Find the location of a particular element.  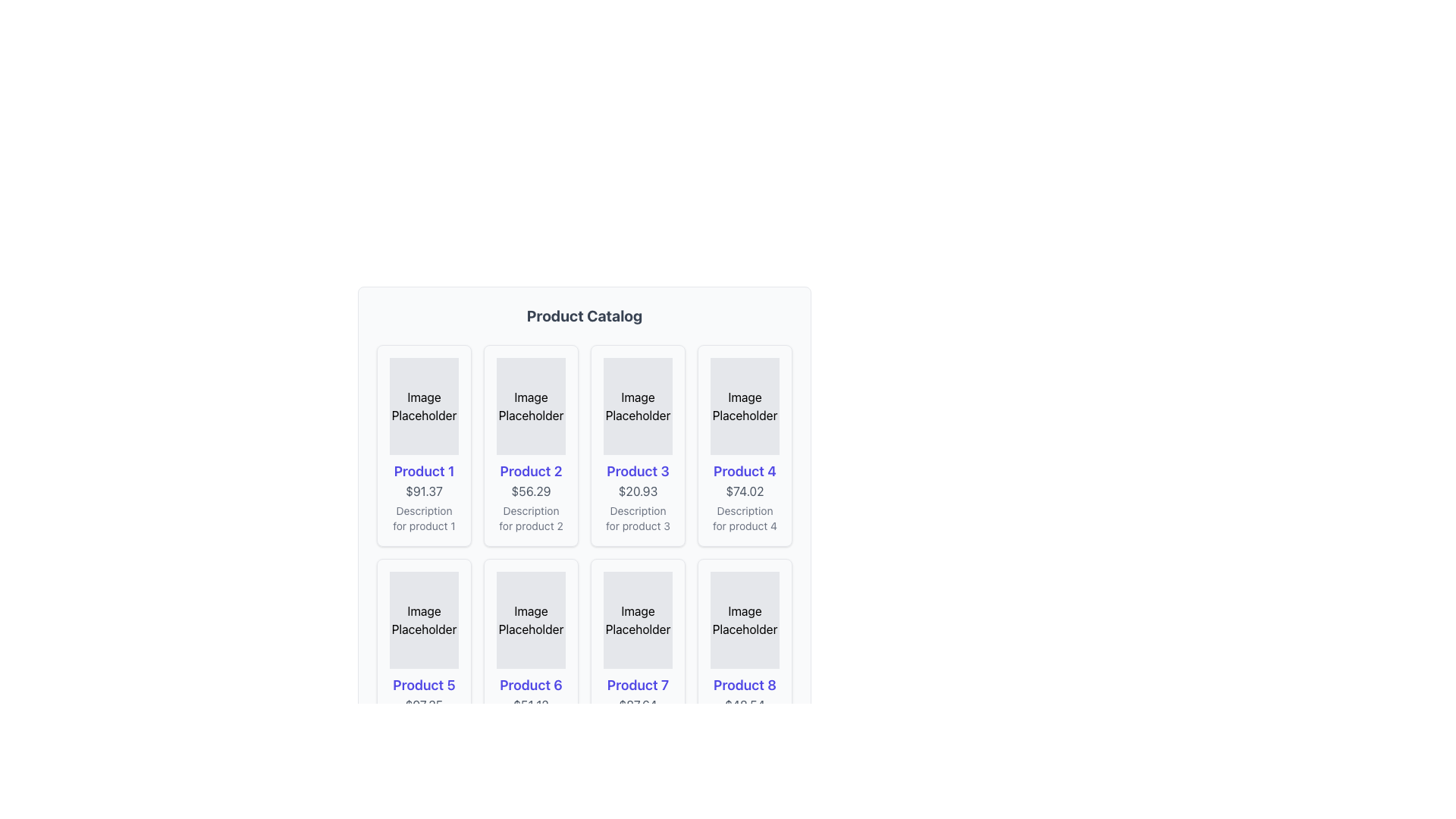

the Text Label displaying the price '$97.35' located in the 'Product 5' card, which is in the second row, first column of the product grid is located at coordinates (424, 704).